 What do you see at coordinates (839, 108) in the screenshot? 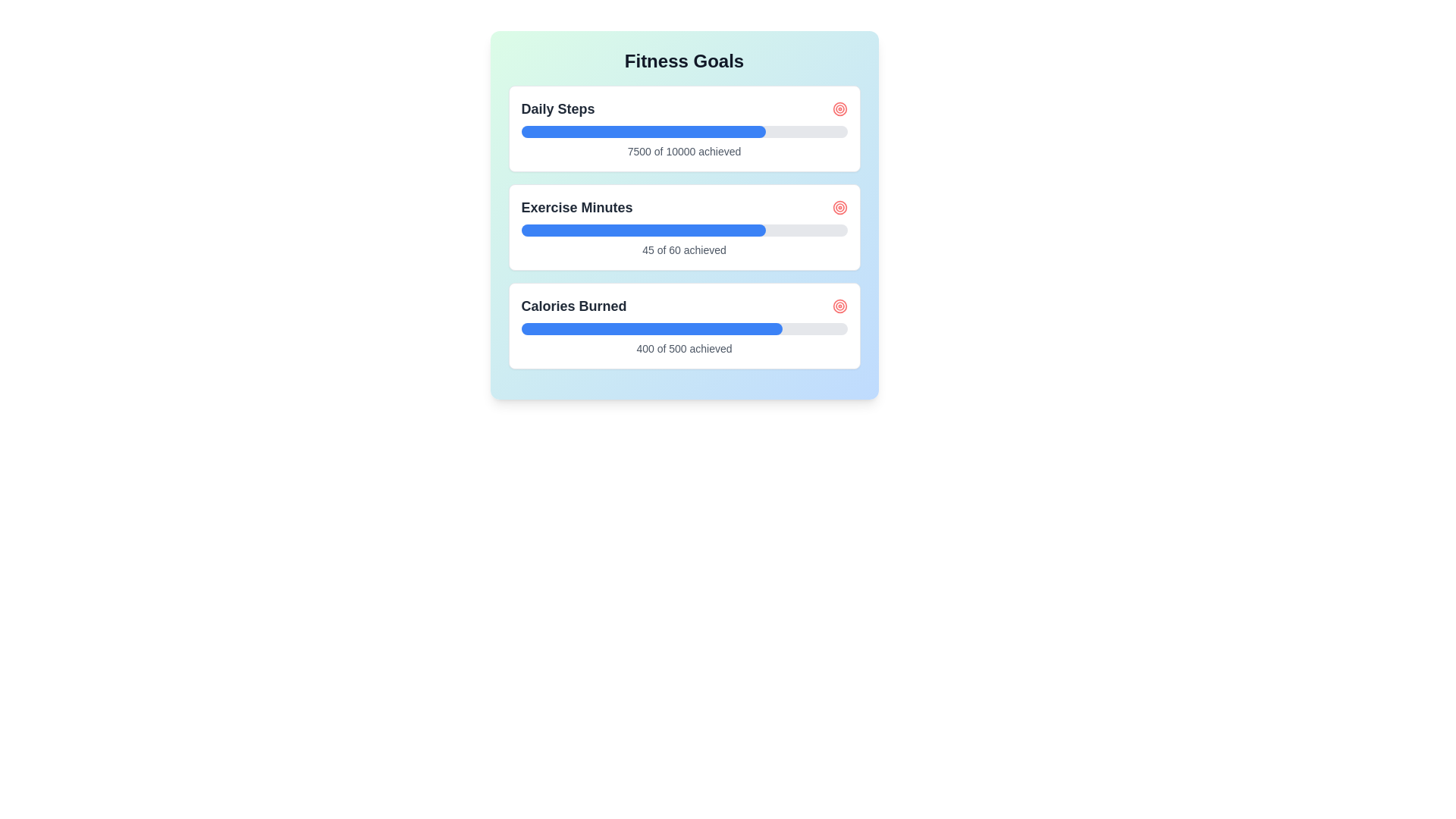
I see `the decorative multi-layered circular icon representing a target or goal symbol within the 'Exercise Minutes' UI card` at bounding box center [839, 108].